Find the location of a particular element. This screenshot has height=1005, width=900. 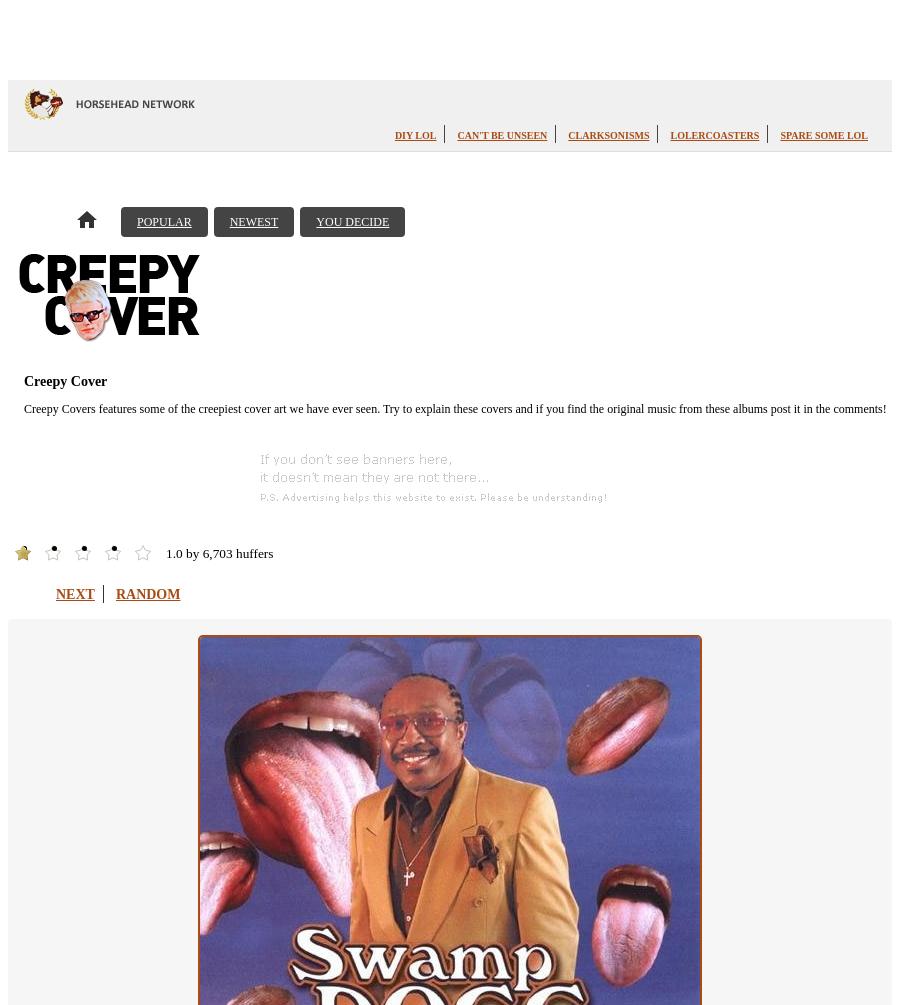

'Newest' is located at coordinates (227, 221).